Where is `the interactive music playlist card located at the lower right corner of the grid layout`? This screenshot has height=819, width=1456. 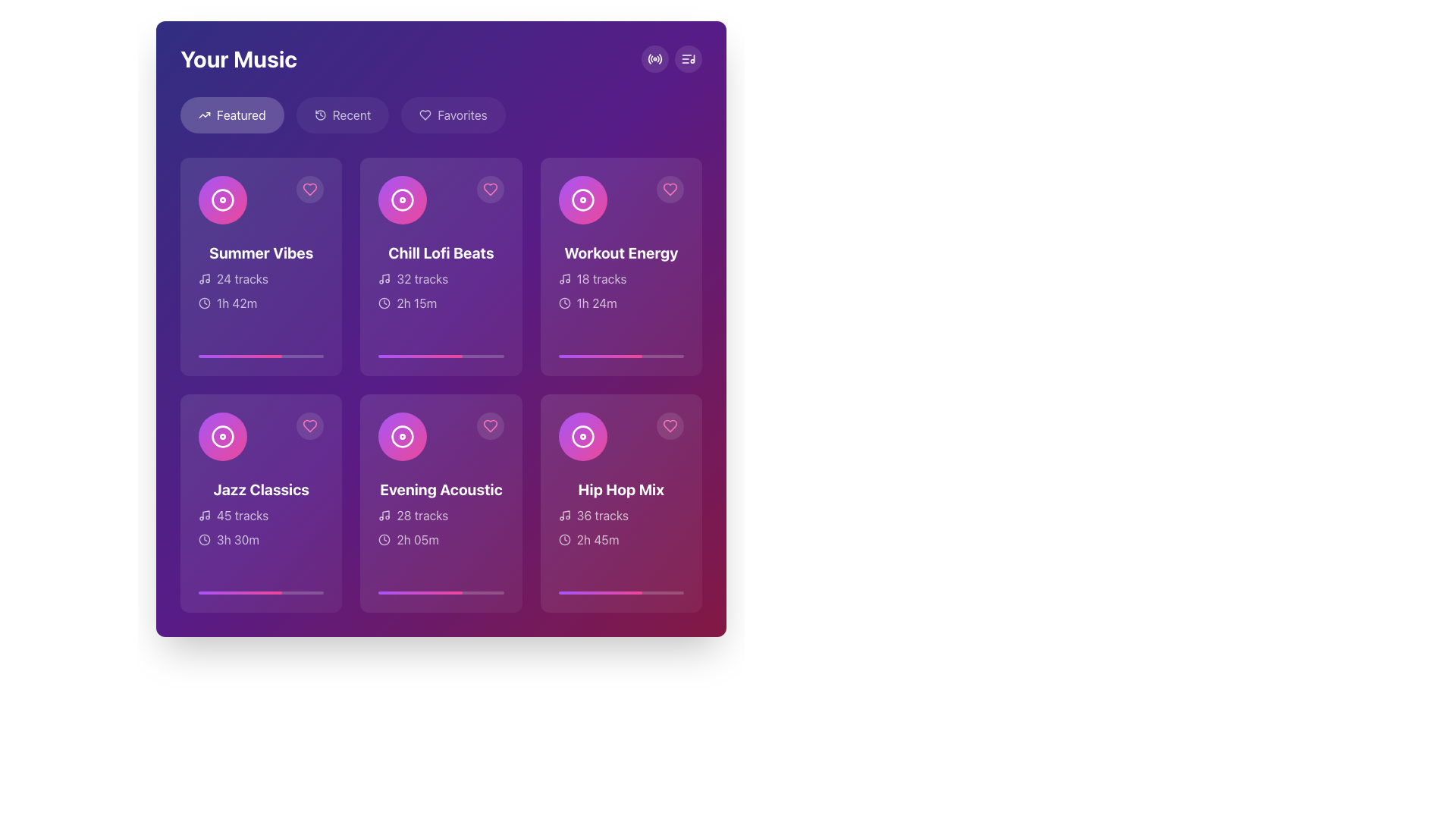 the interactive music playlist card located at the lower right corner of the grid layout is located at coordinates (621, 503).